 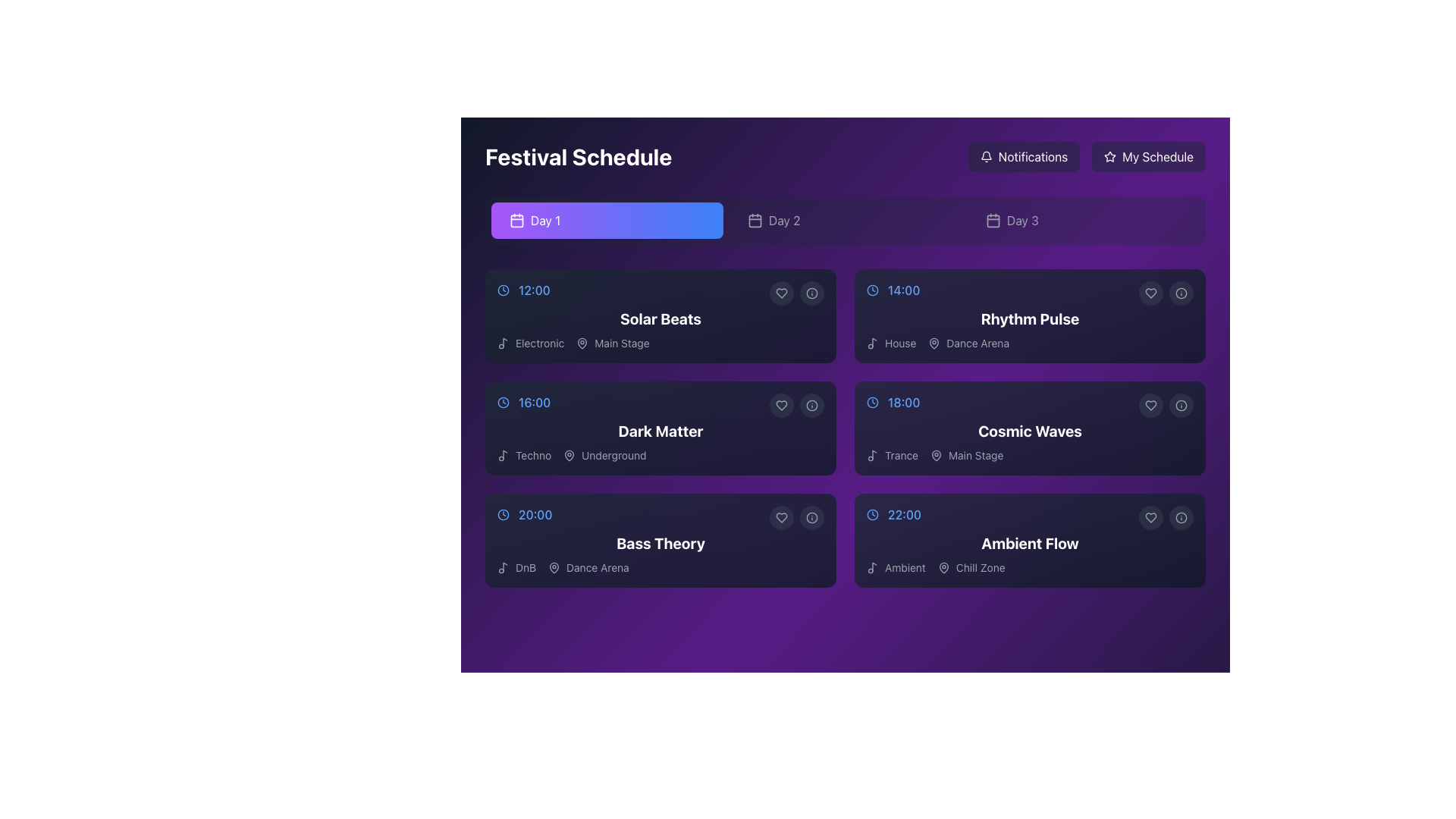 I want to click on the label indicator for the 'Dance Arena' event, which is located immediately after the text 'House' in the second column, second row of the grid structure, so click(x=968, y=343).